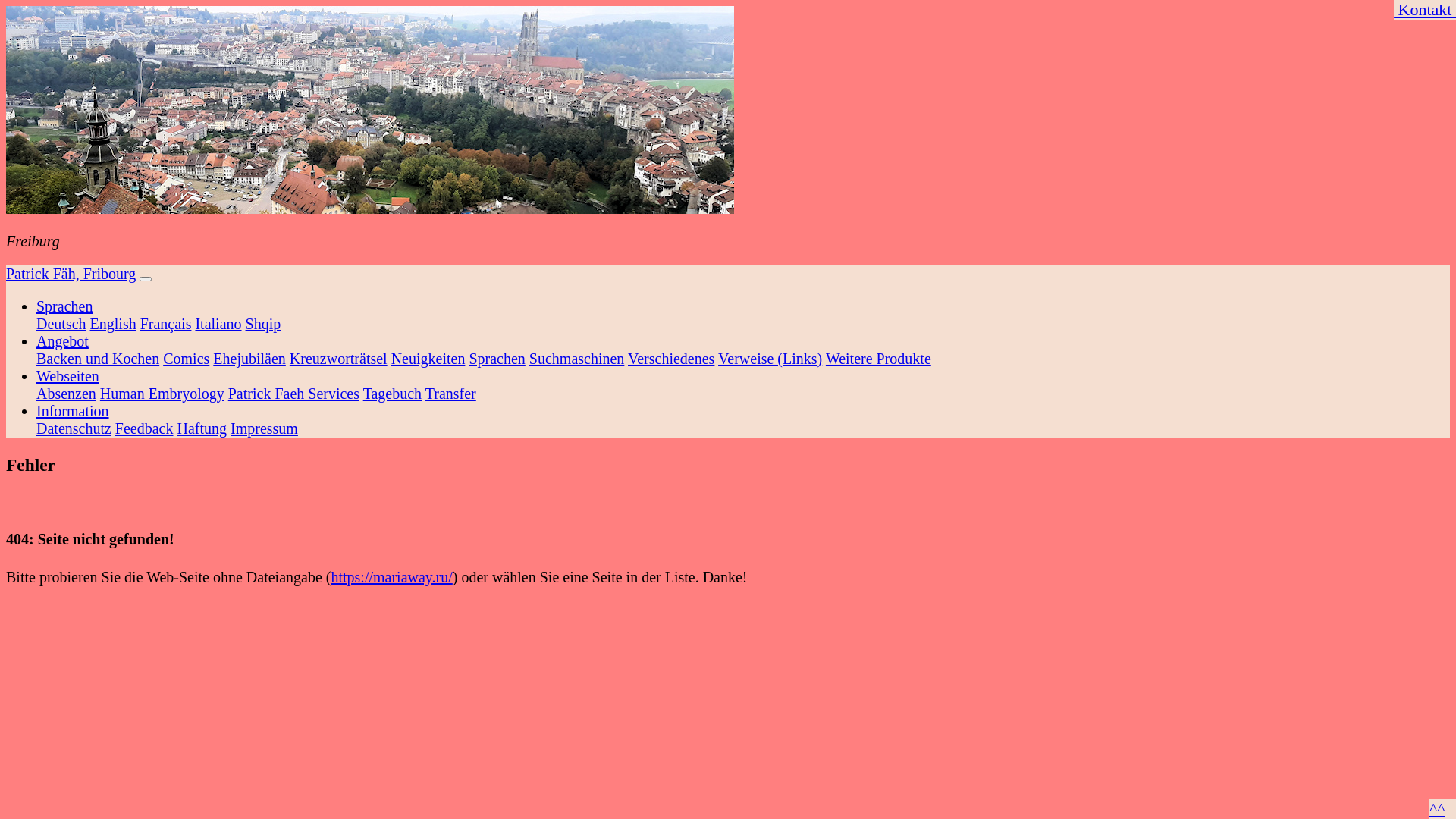 The width and height of the screenshot is (1456, 819). I want to click on 'Italiano', so click(217, 323).